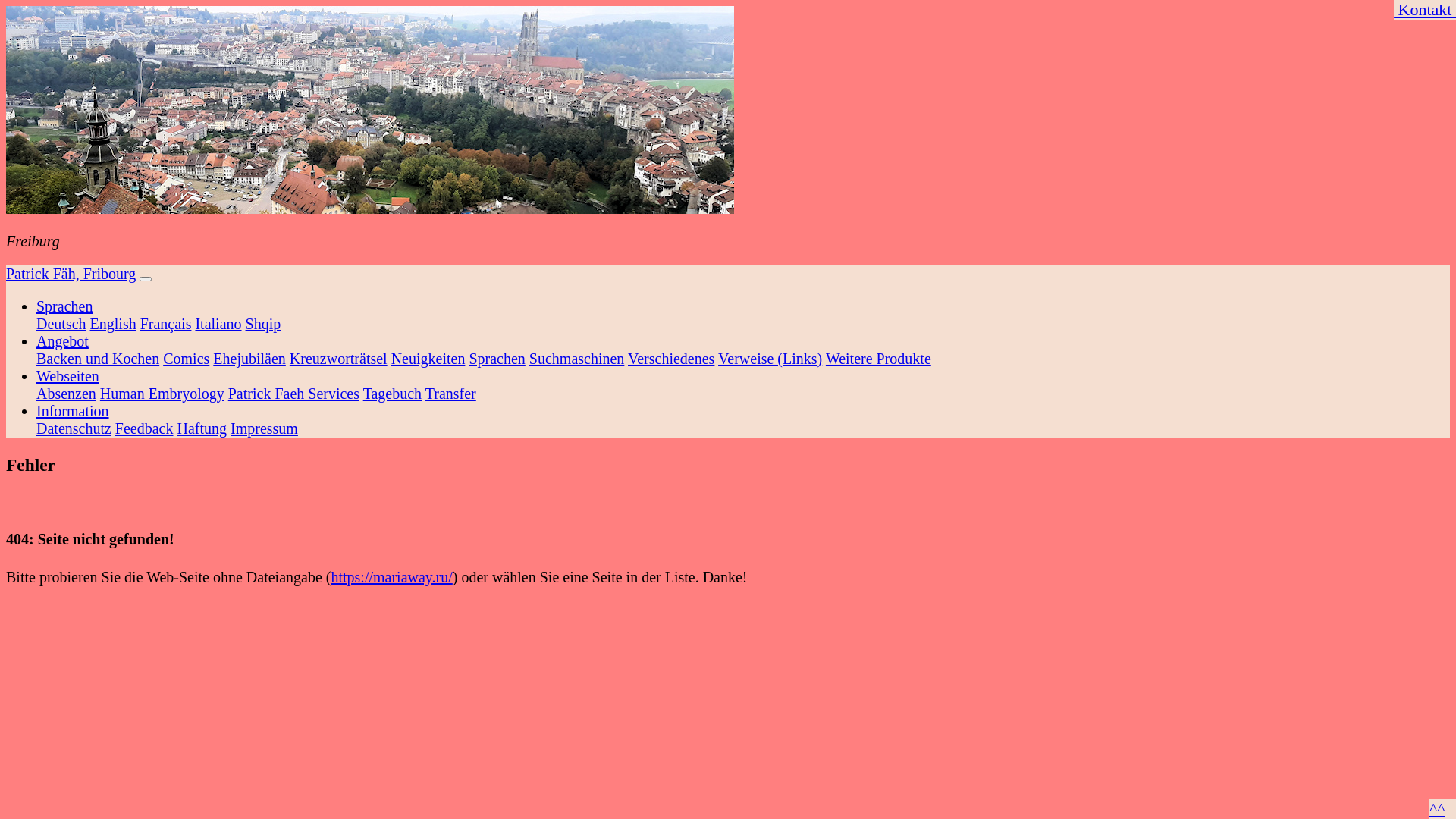 The width and height of the screenshot is (1456, 819). I want to click on 'Italiano', so click(217, 323).